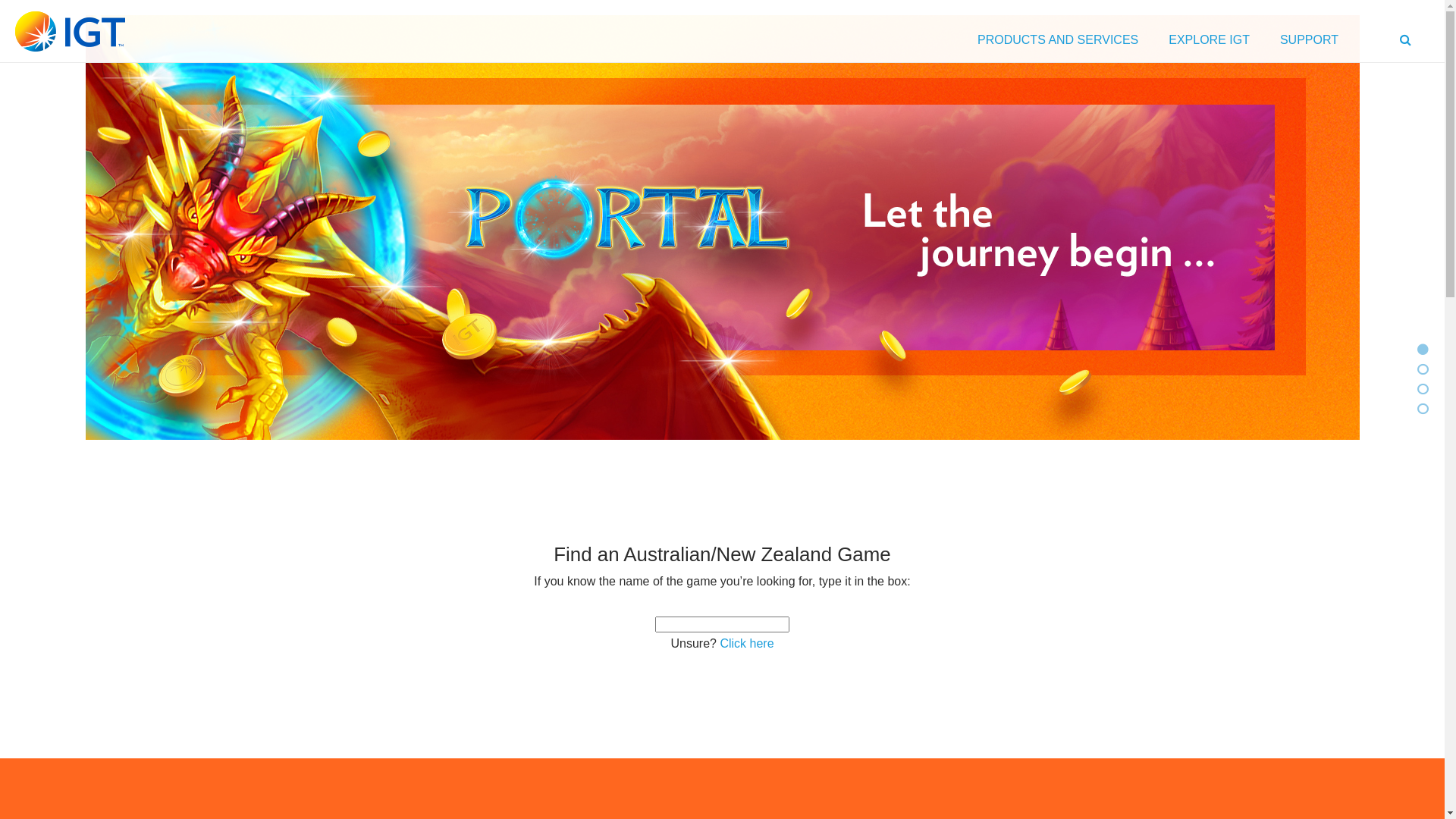 The width and height of the screenshot is (1456, 819). What do you see at coordinates (746, 643) in the screenshot?
I see `'Click here'` at bounding box center [746, 643].